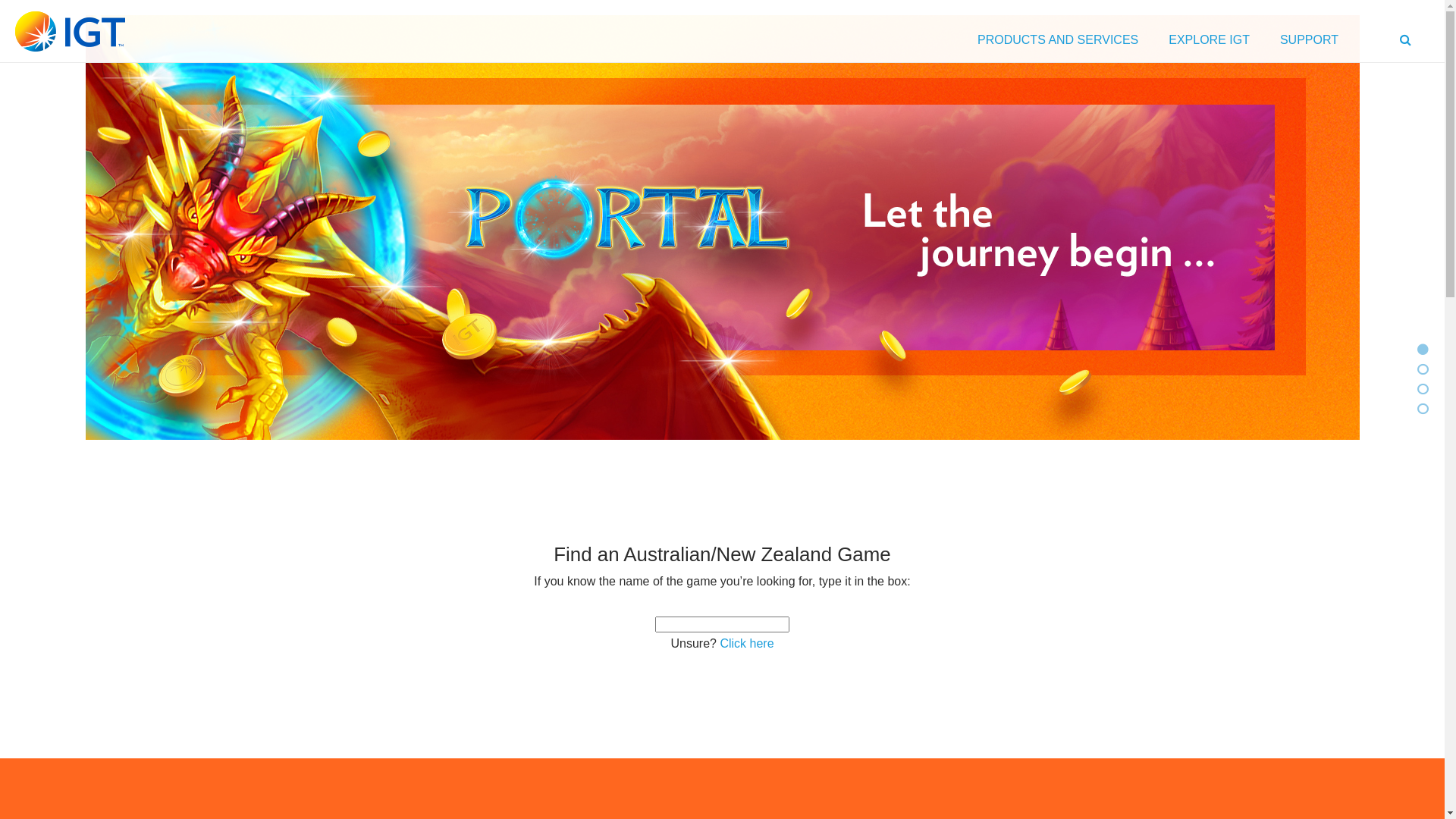 The width and height of the screenshot is (1456, 819). What do you see at coordinates (746, 643) in the screenshot?
I see `'Click here'` at bounding box center [746, 643].